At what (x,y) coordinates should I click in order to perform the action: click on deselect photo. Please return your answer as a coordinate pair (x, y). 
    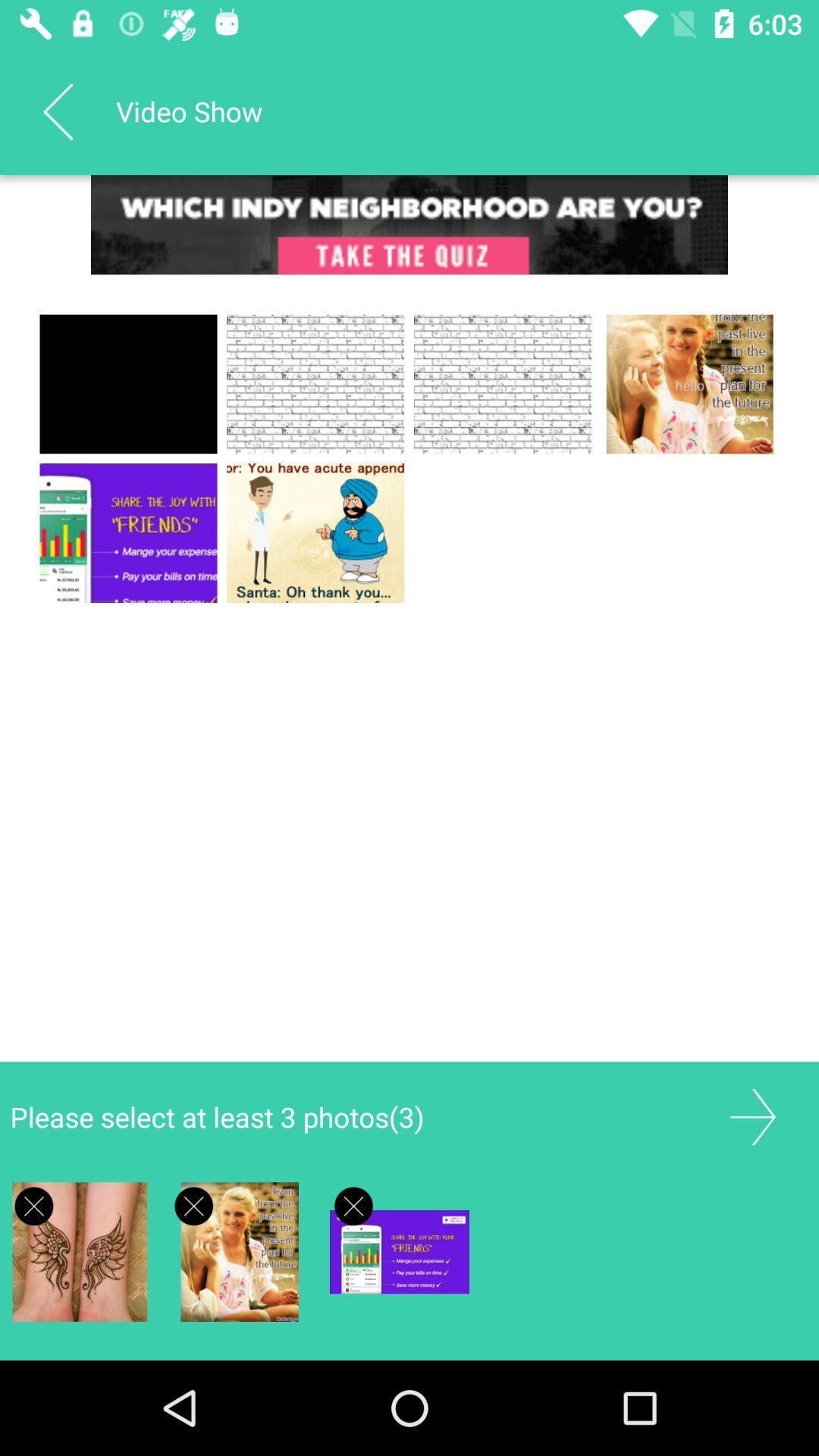
    Looking at the image, I should click on (34, 1205).